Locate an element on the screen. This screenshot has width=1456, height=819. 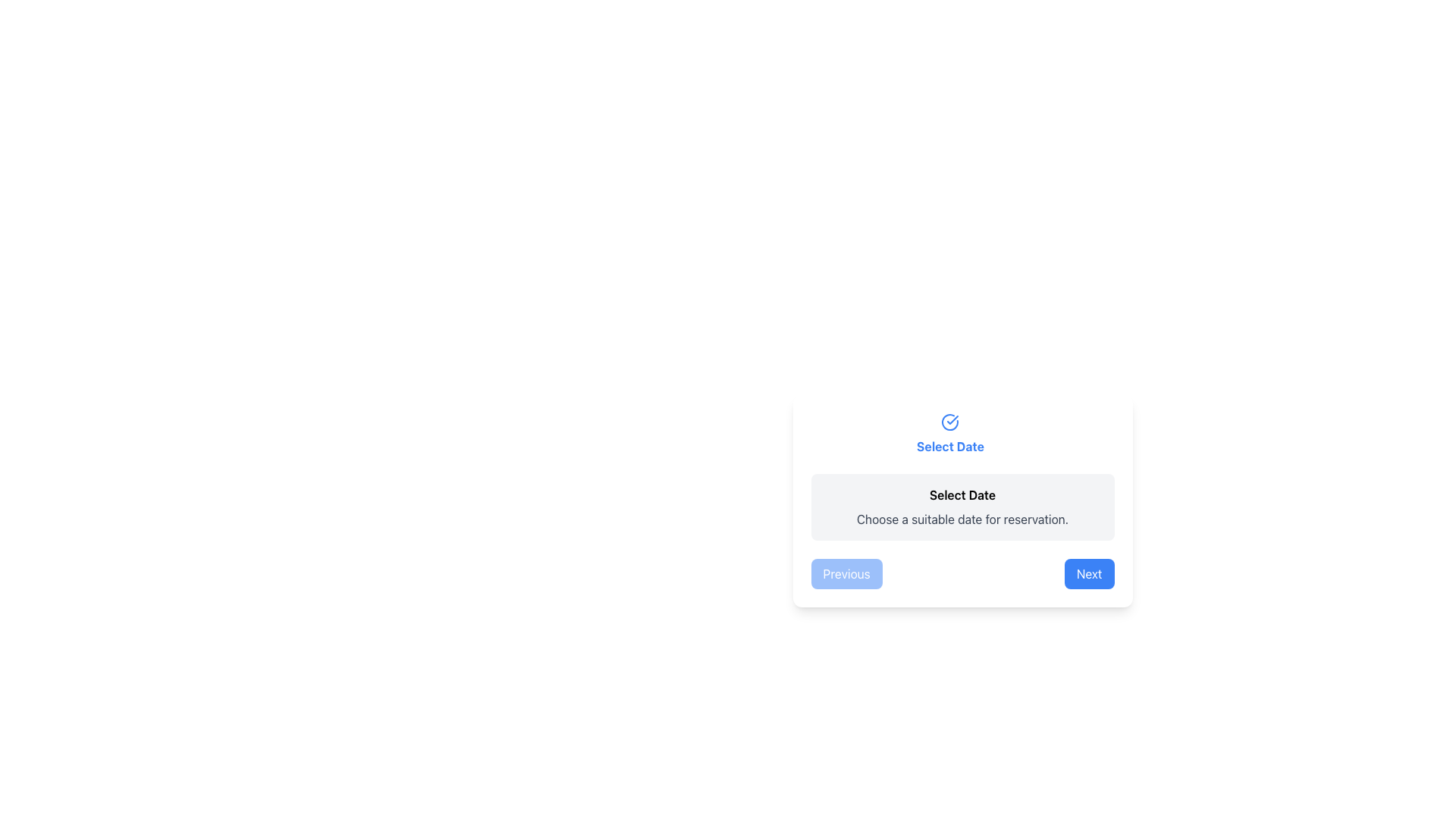
the text label prompting users to select a date, positioned below an icon and above another text block is located at coordinates (949, 446).